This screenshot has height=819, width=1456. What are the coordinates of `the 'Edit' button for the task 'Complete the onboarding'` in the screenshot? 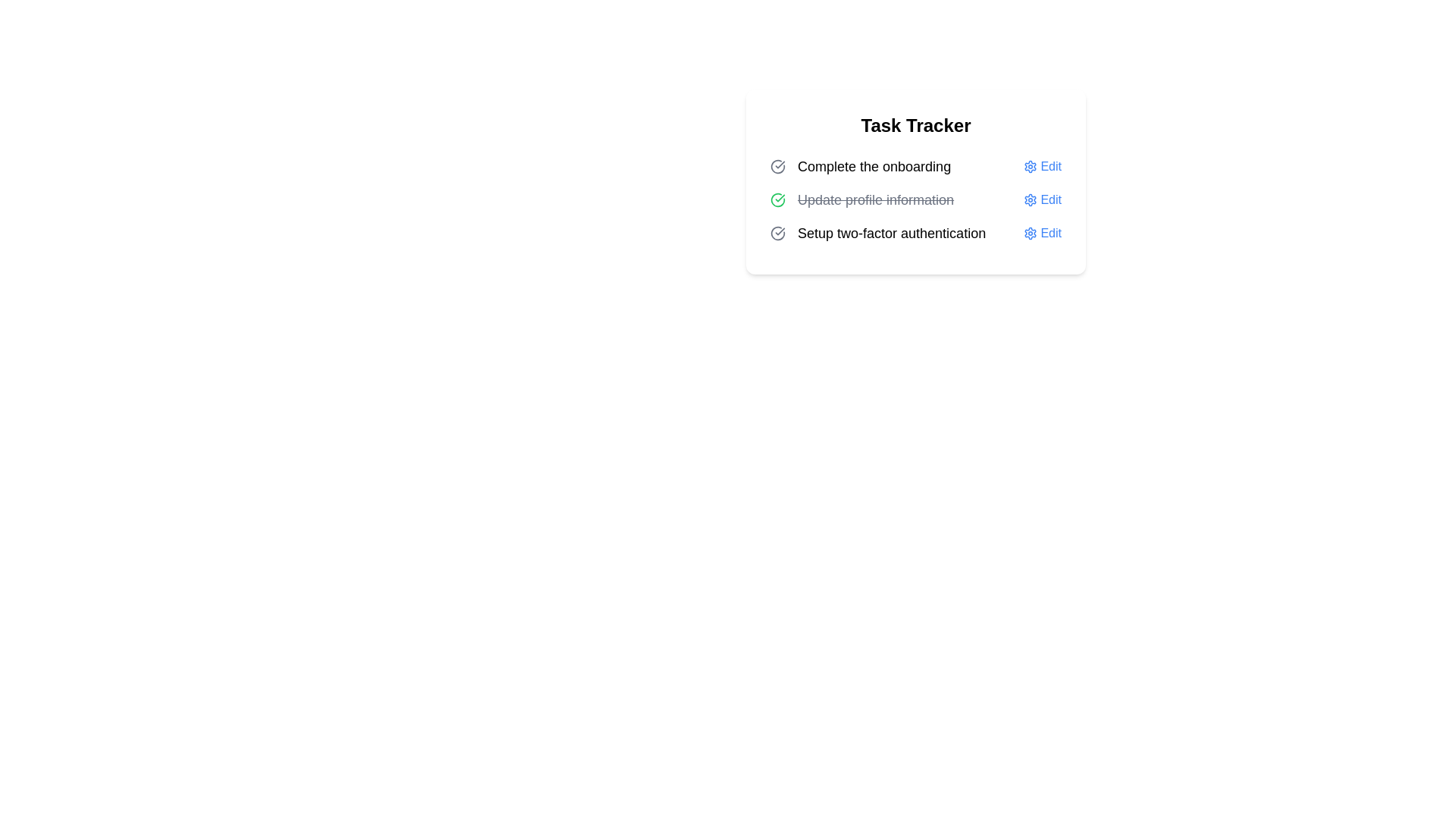 It's located at (1042, 166).